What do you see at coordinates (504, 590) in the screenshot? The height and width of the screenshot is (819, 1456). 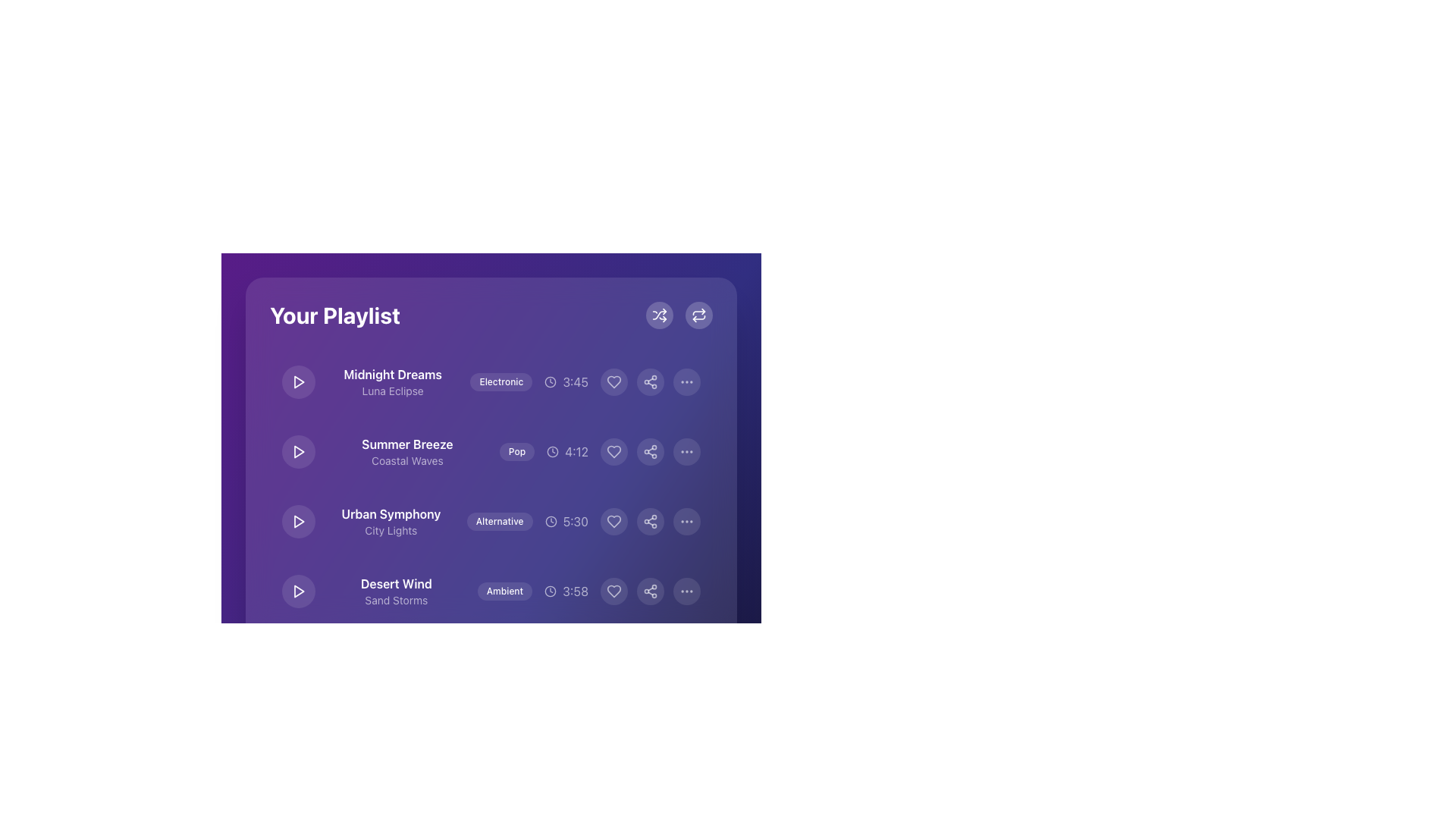 I see `the rounded rectangular badge labeled 'Ambient', which is located to the right of the main title and subtitle within the entry labeled 'Desert Wind' in the playlist` at bounding box center [504, 590].